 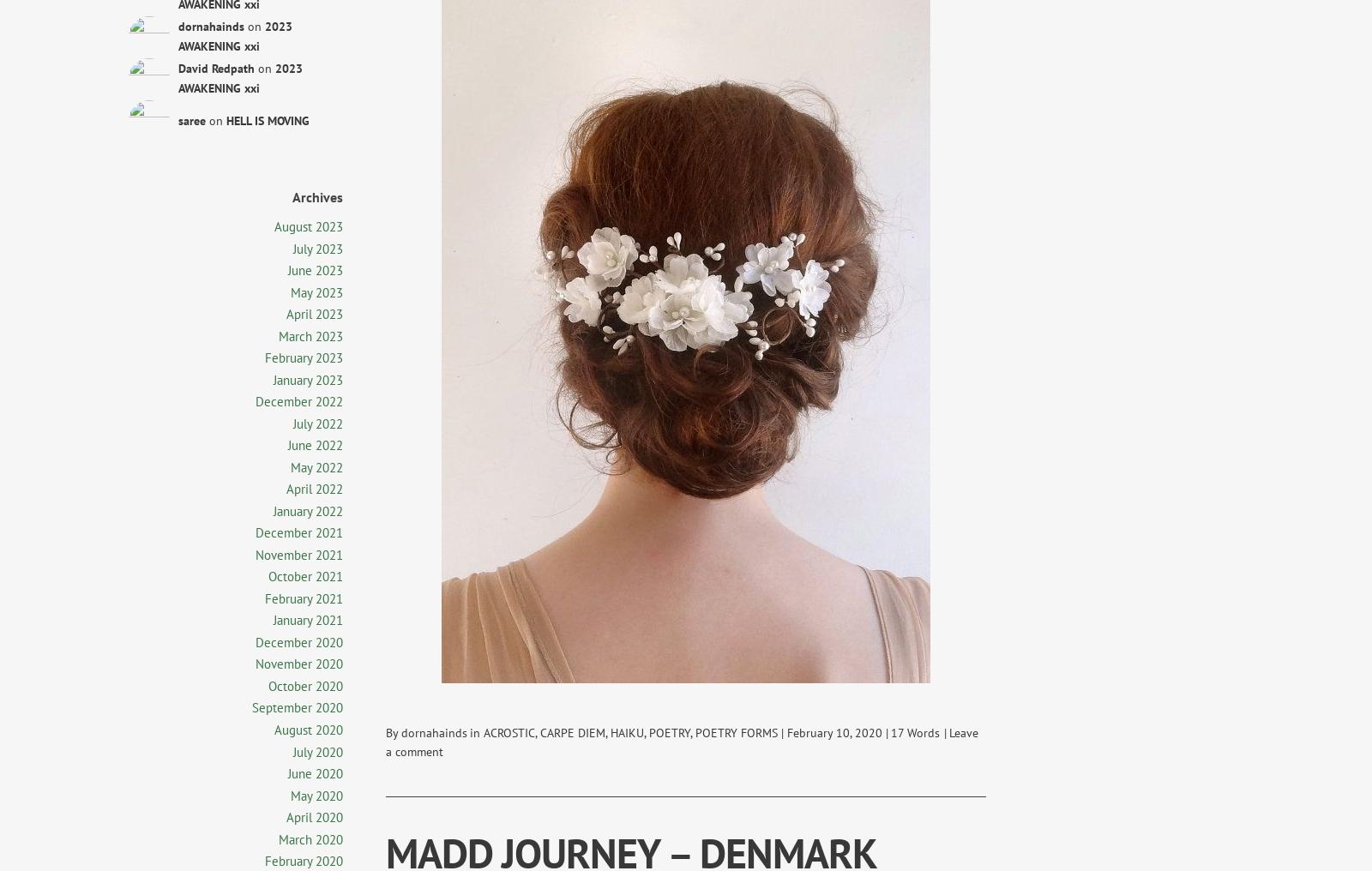 I want to click on 'July 2023', so click(x=318, y=247).